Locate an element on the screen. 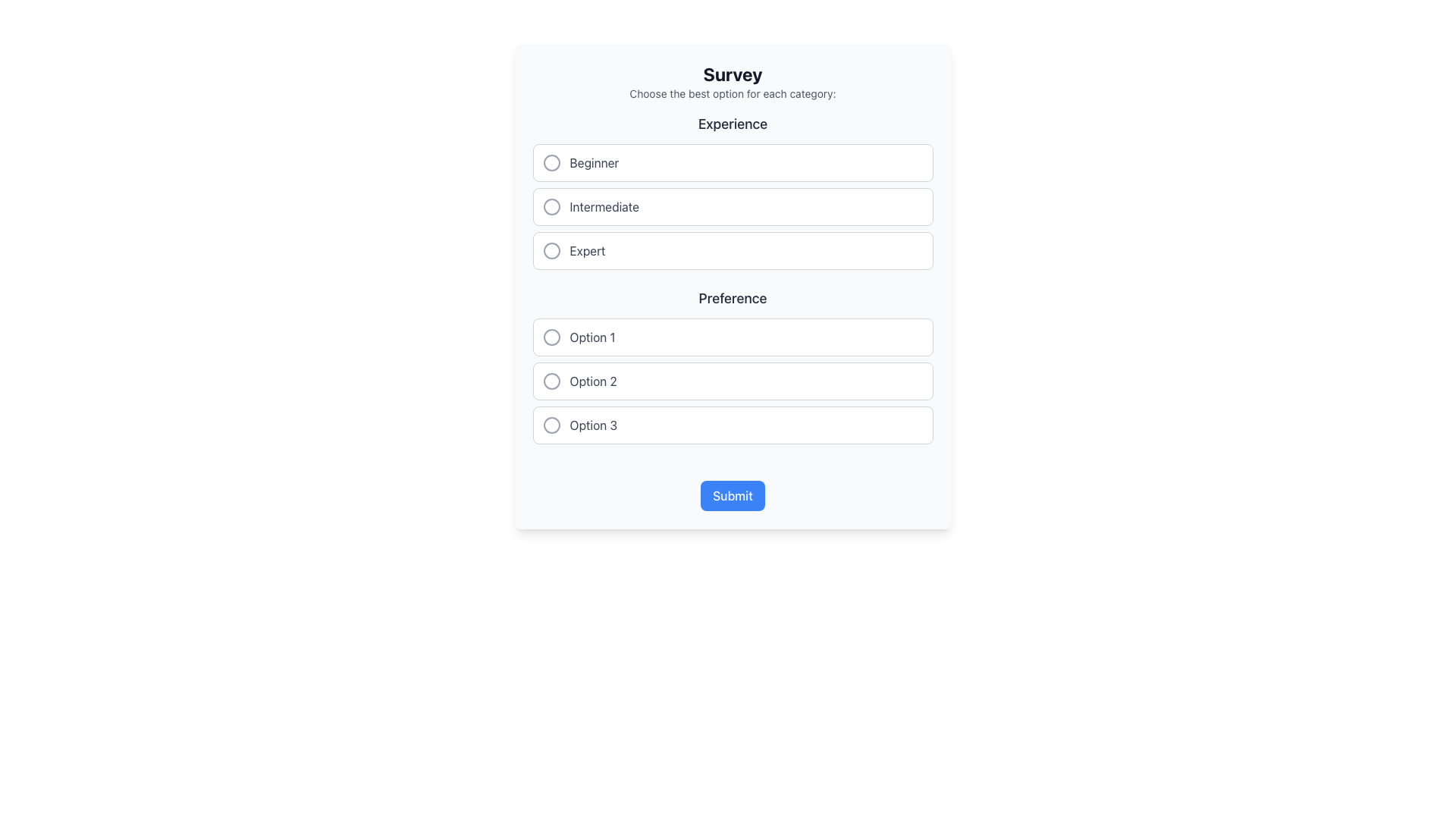  the 'Preference' radio button group options located within the 'Survey' card, below the 'Experience' section and above the 'Submit' button is located at coordinates (733, 366).